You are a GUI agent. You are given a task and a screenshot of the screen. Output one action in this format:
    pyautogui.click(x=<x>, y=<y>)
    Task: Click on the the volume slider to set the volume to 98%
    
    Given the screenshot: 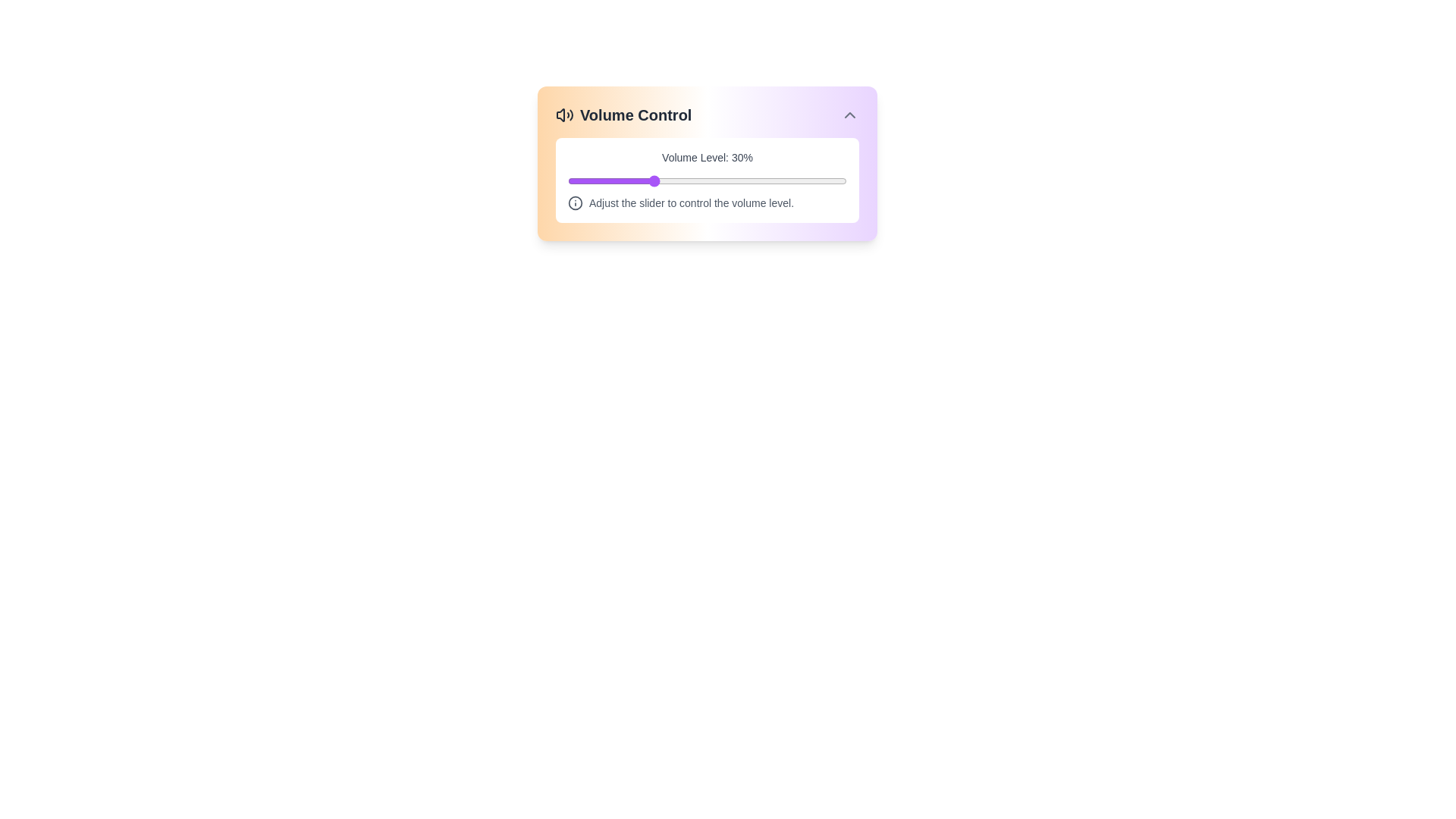 What is the action you would take?
    pyautogui.click(x=840, y=180)
    